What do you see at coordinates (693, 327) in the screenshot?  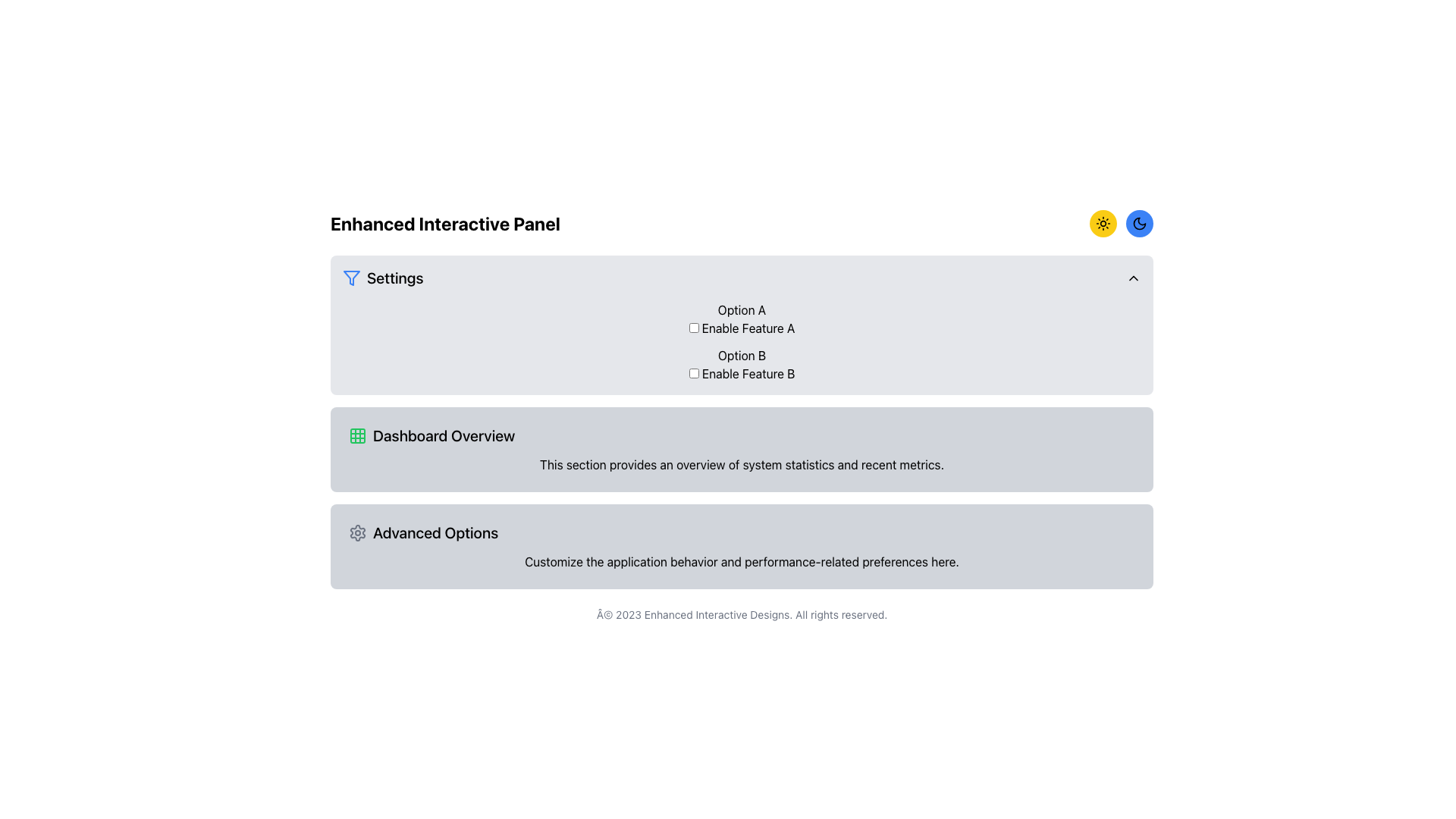 I see `the checkbox located to the left of the label 'Enable Feature A' under the heading 'Option A'` at bounding box center [693, 327].